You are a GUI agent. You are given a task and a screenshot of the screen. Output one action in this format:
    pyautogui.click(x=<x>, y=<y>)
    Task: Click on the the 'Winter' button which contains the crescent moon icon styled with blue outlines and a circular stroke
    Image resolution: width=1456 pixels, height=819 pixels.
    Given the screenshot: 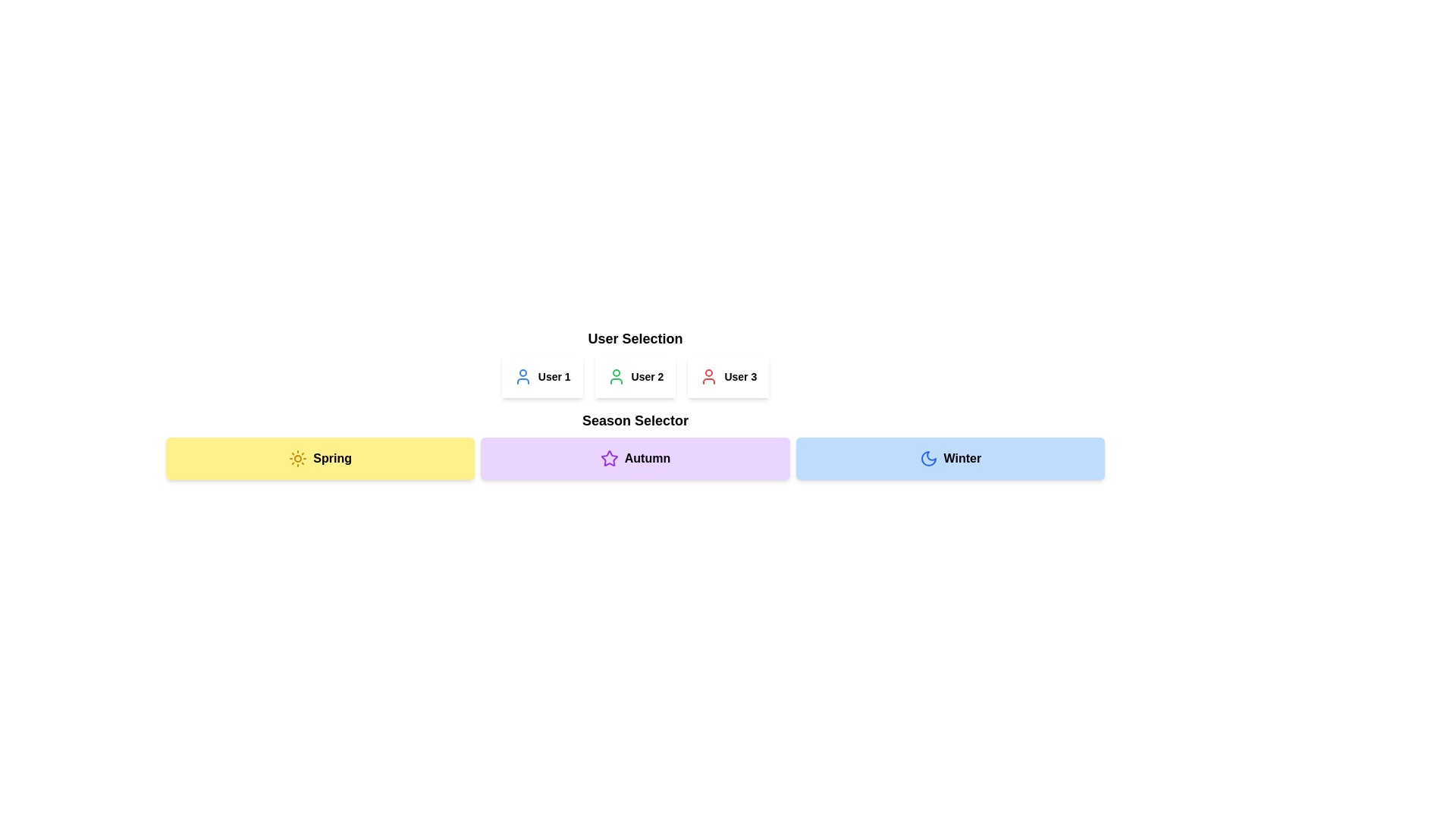 What is the action you would take?
    pyautogui.click(x=927, y=458)
    